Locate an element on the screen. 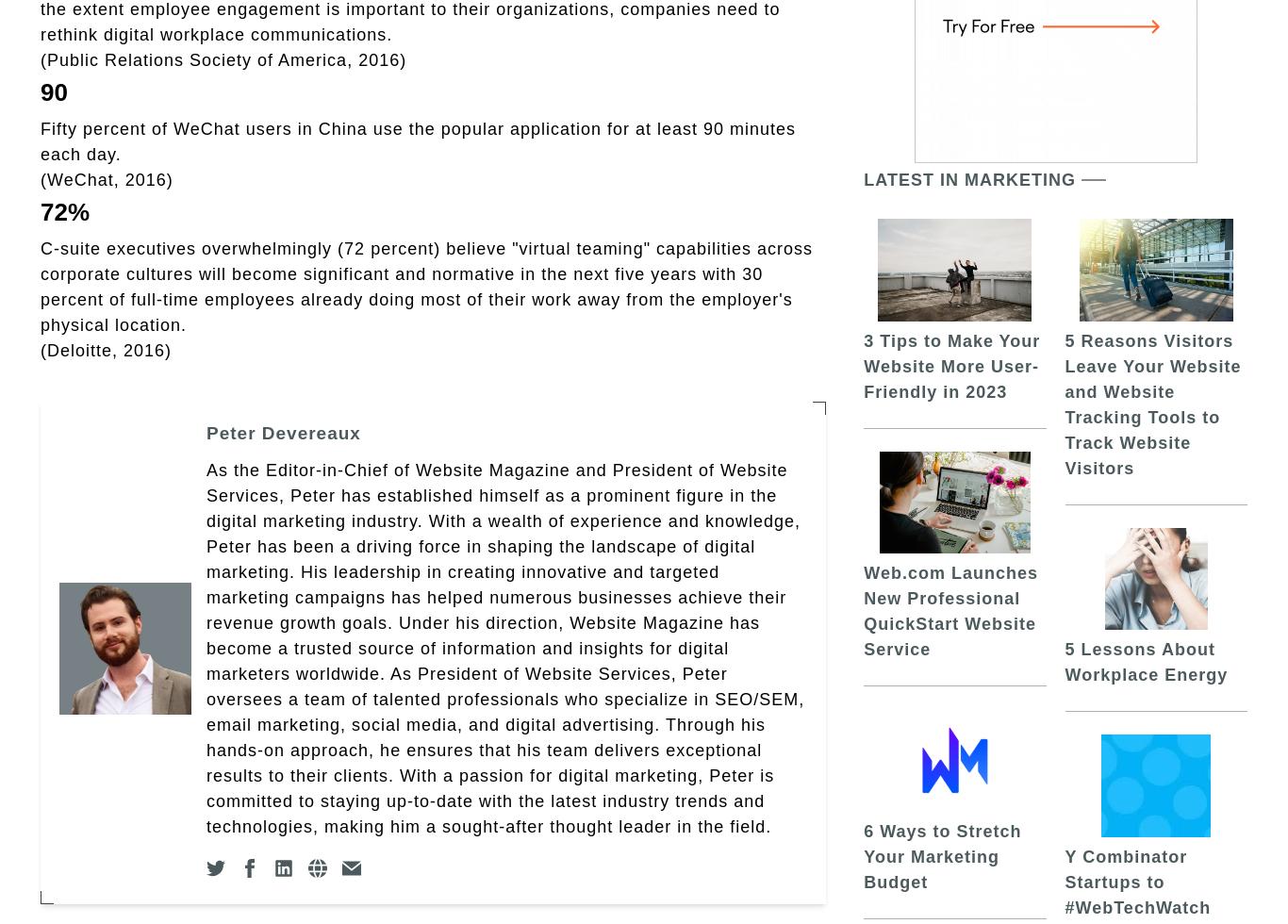 This screenshot has width=1288, height=924. '3 Tips to Make Your Website More User-Friendly in 2023' is located at coordinates (864, 365).